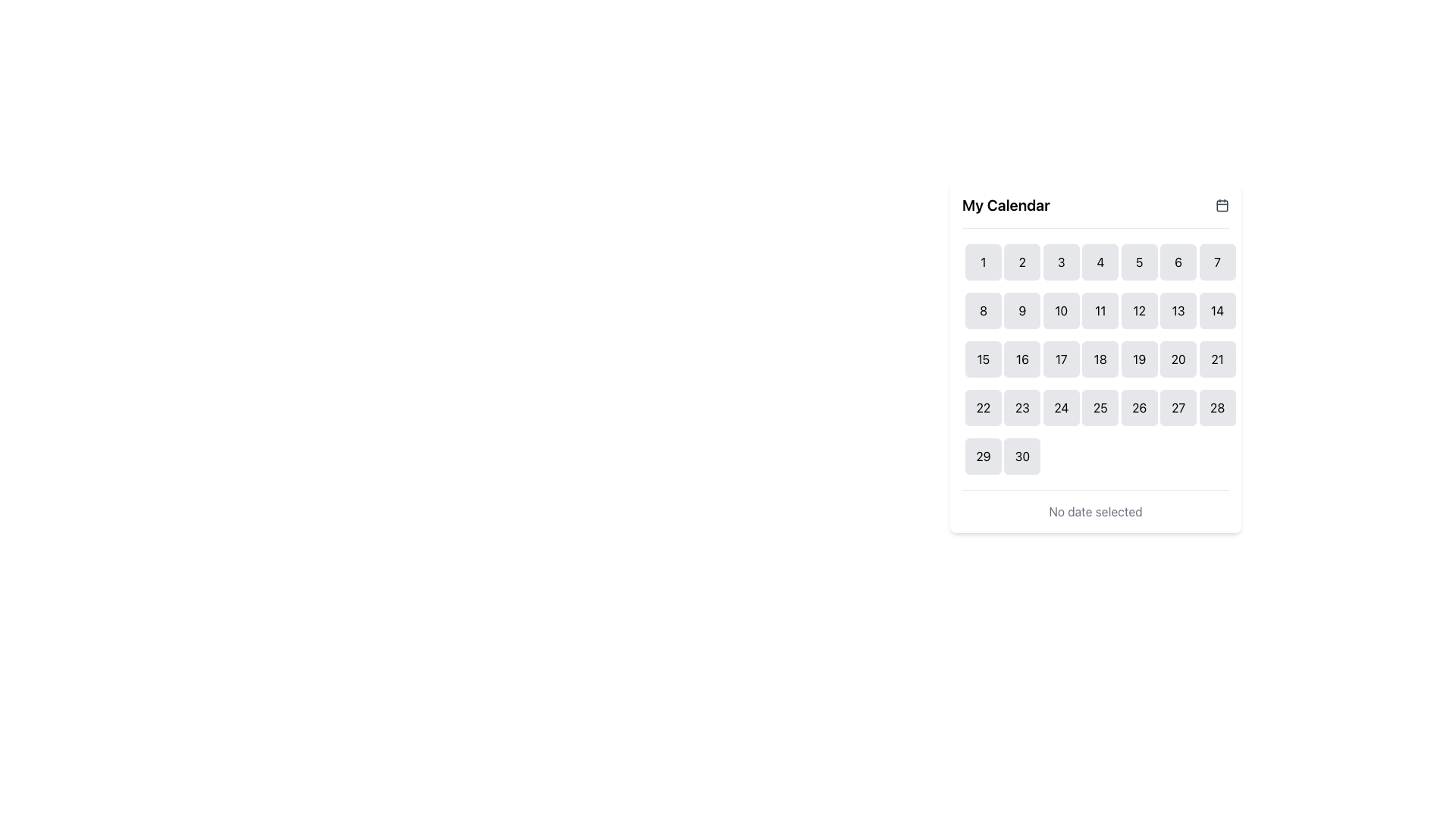 The height and width of the screenshot is (819, 1456). What do you see at coordinates (983, 359) in the screenshot?
I see `the square button with rounded corners, light gray background, and black number '15'` at bounding box center [983, 359].